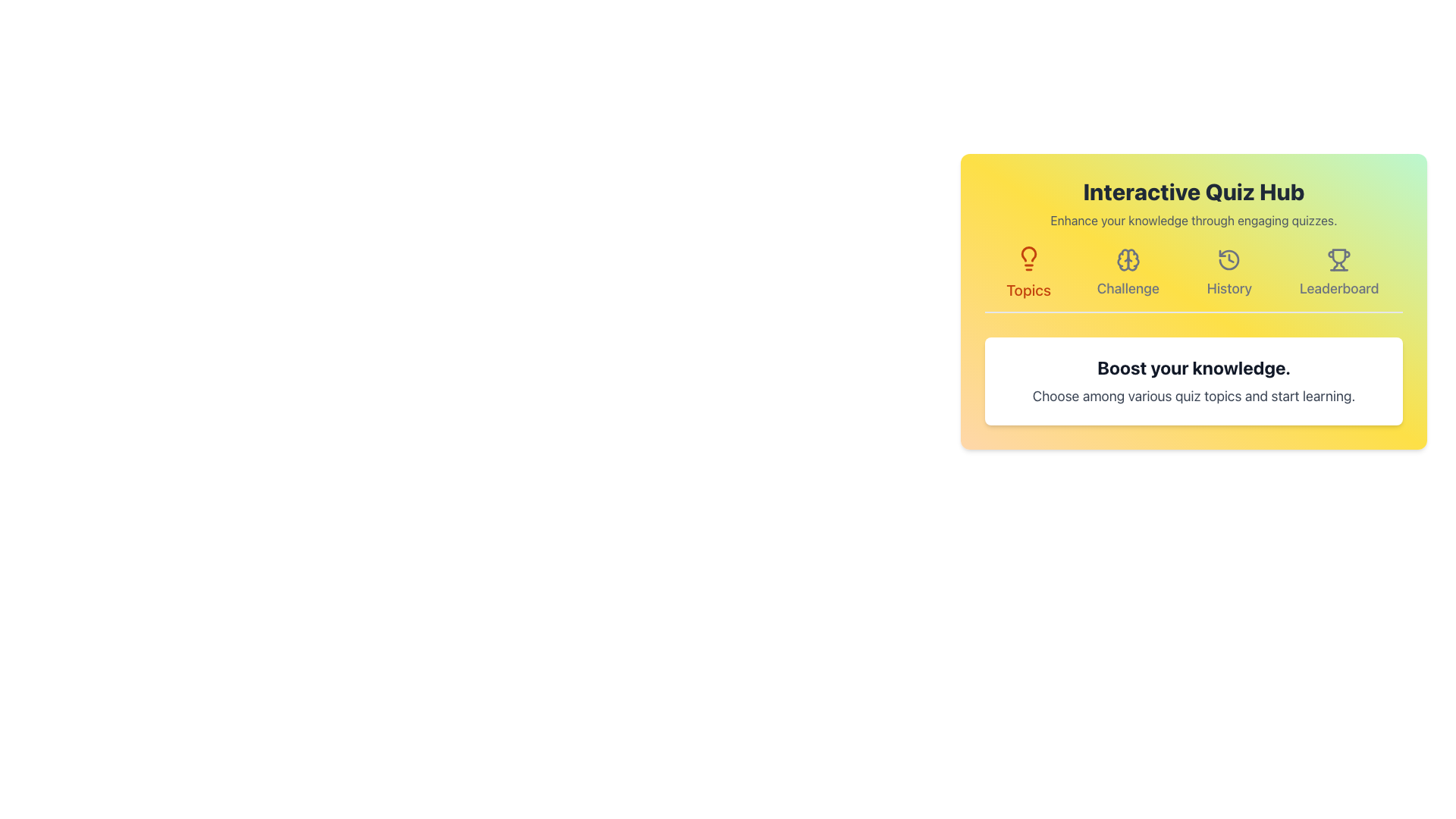  What do you see at coordinates (1229, 259) in the screenshot?
I see `the History icon in the top row of icons within the Interactive Quiz Hub interface` at bounding box center [1229, 259].